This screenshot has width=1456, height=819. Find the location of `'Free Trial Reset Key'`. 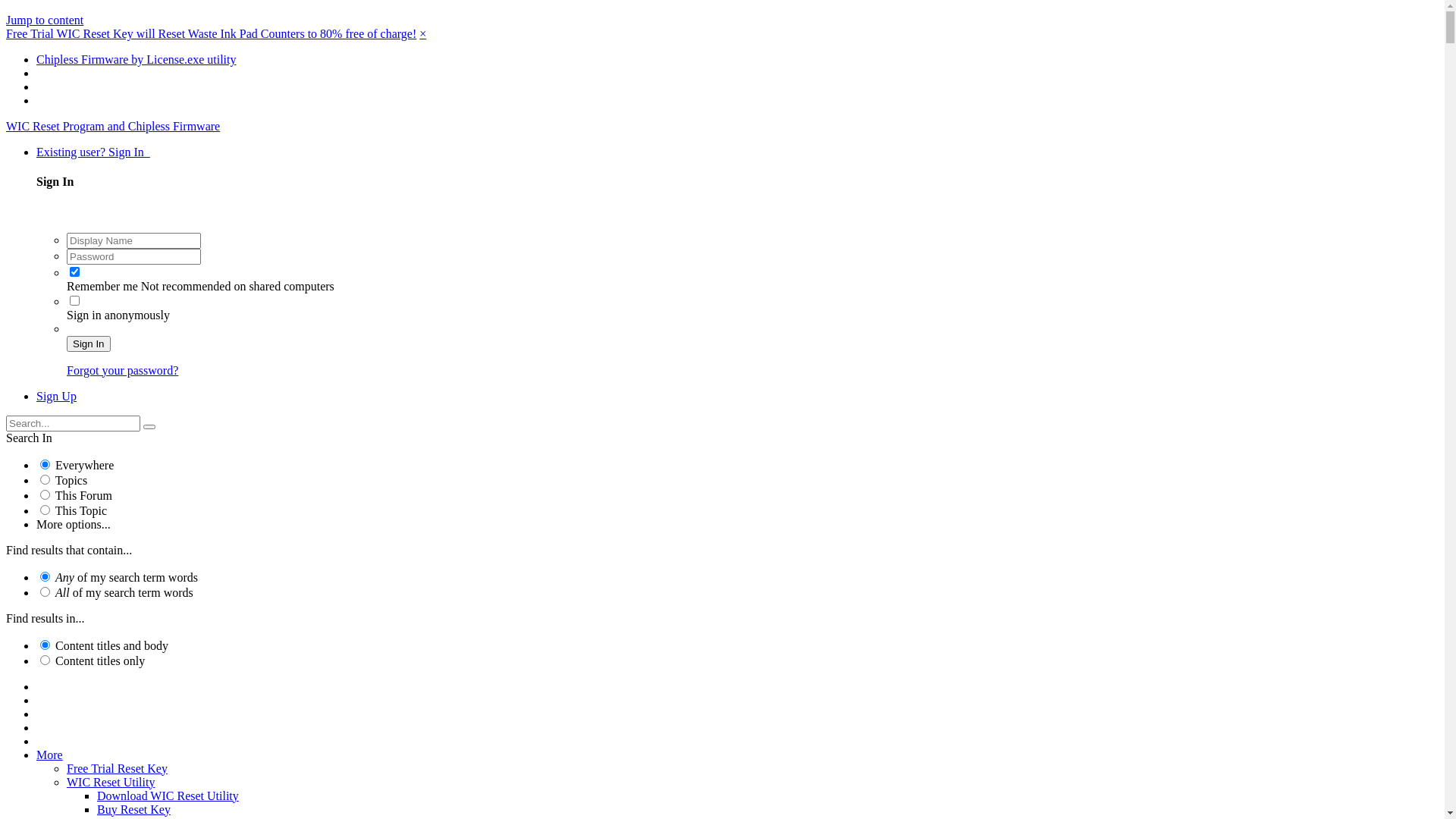

'Free Trial Reset Key' is located at coordinates (116, 768).